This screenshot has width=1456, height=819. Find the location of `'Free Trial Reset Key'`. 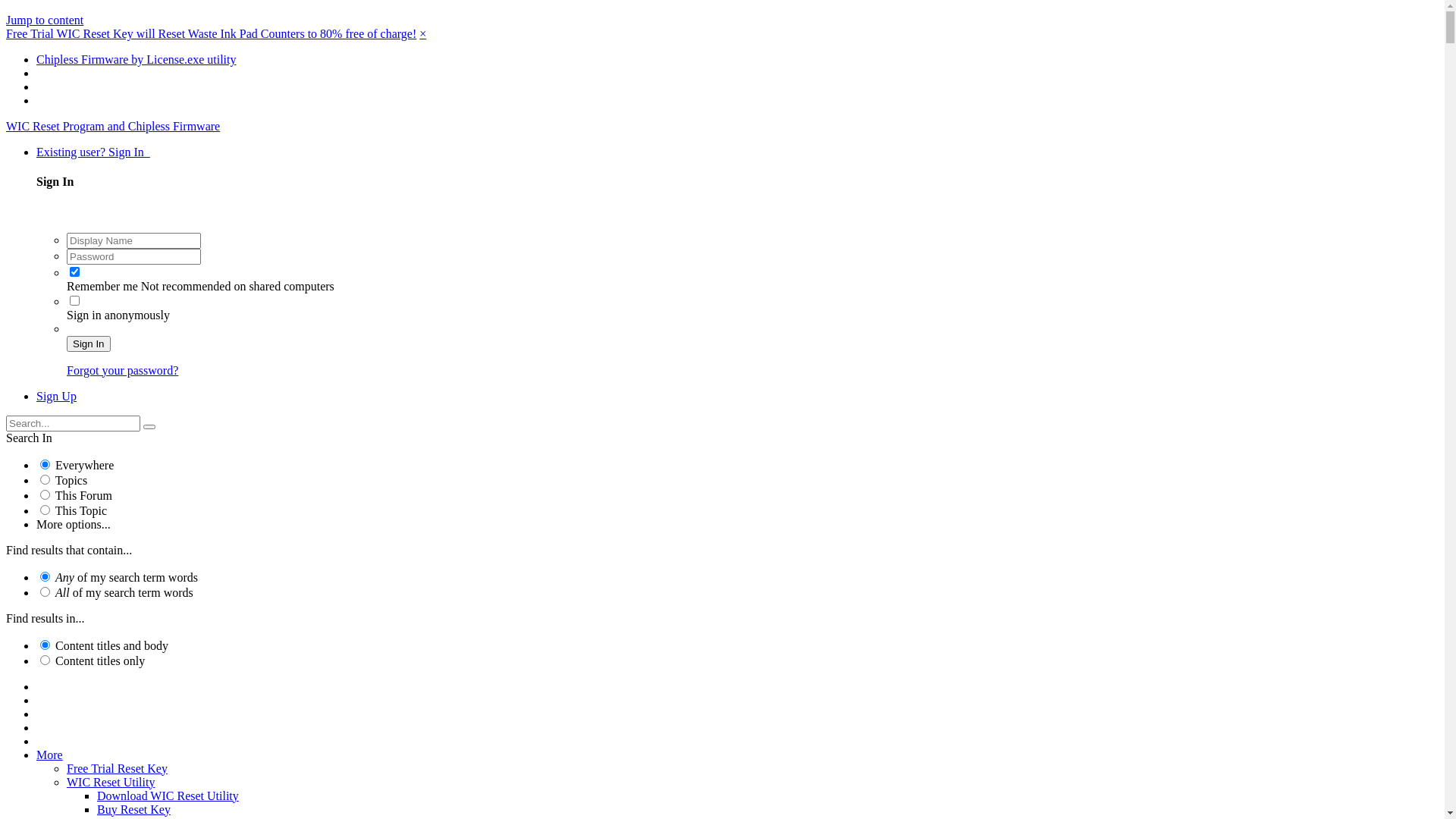

'Free Trial Reset Key' is located at coordinates (116, 768).